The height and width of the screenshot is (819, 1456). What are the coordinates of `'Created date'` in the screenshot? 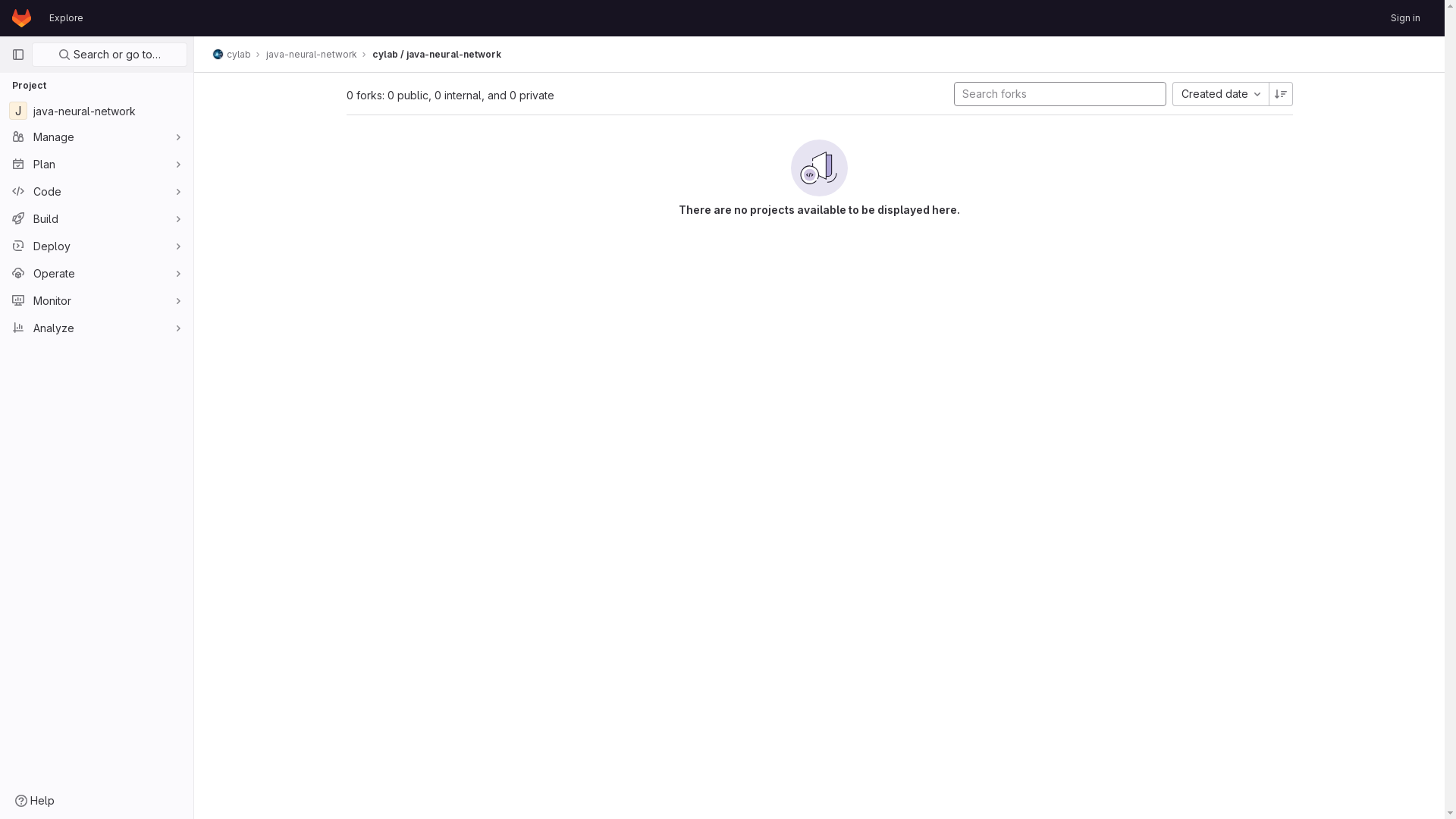 It's located at (1220, 93).